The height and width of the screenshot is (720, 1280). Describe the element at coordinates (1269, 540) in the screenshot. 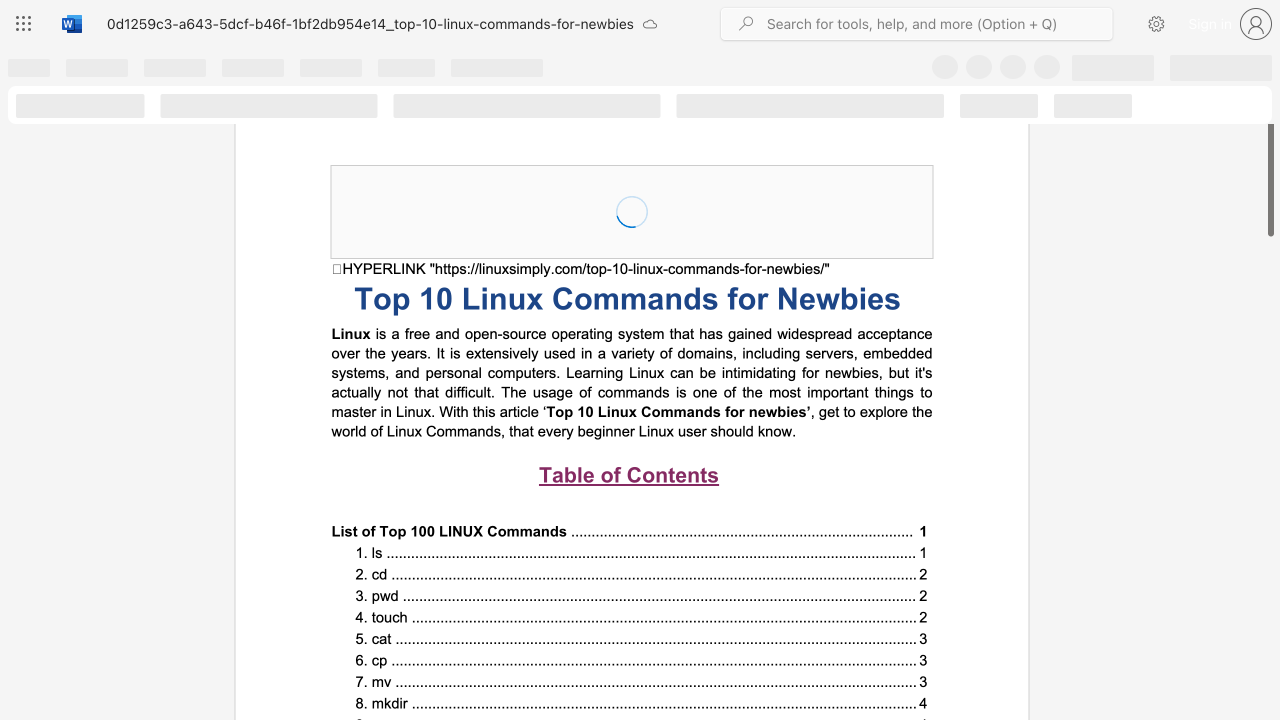

I see `the side scrollbar to bring the page down` at that location.